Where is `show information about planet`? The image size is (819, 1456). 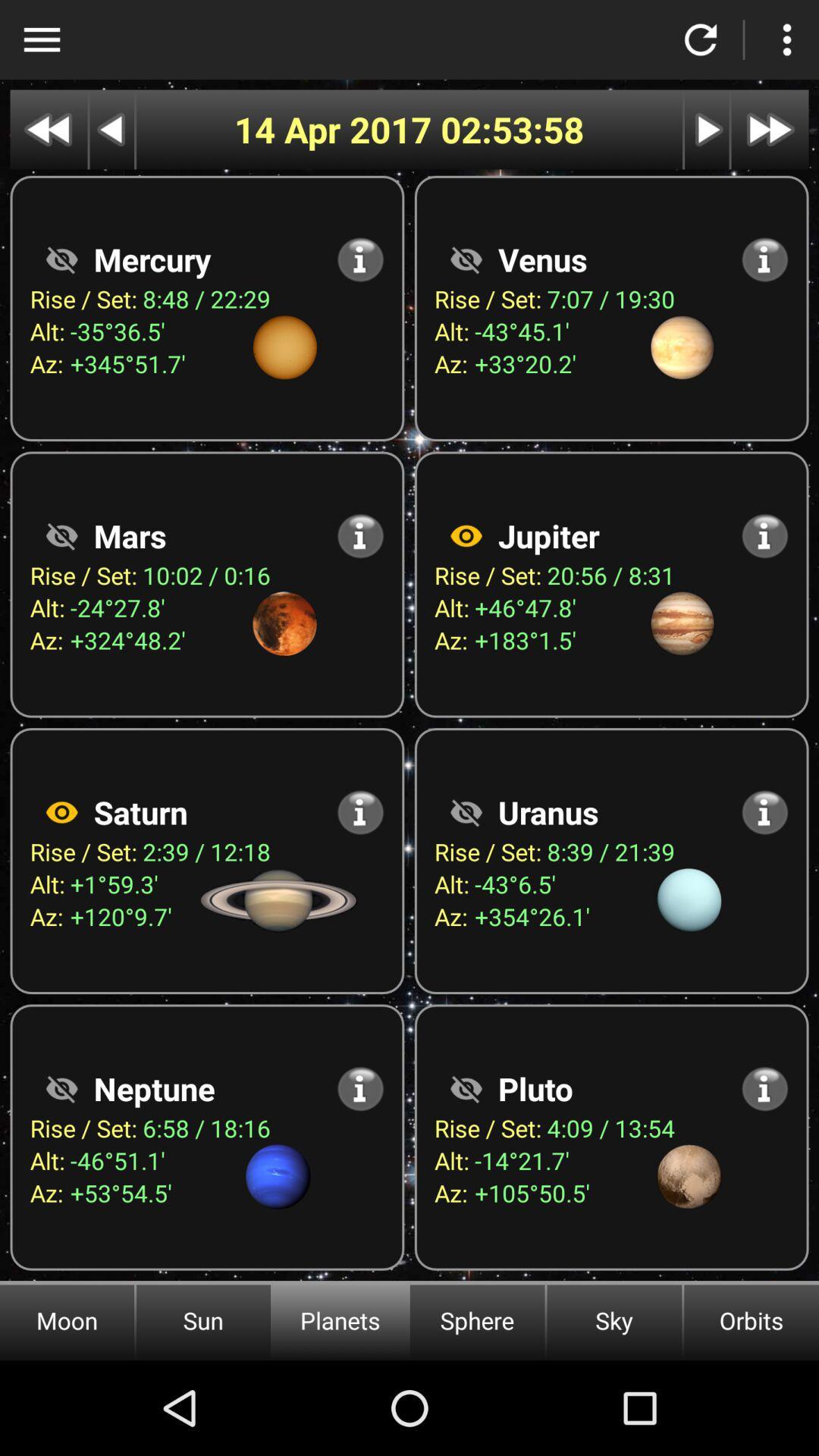 show information about planet is located at coordinates (465, 1087).